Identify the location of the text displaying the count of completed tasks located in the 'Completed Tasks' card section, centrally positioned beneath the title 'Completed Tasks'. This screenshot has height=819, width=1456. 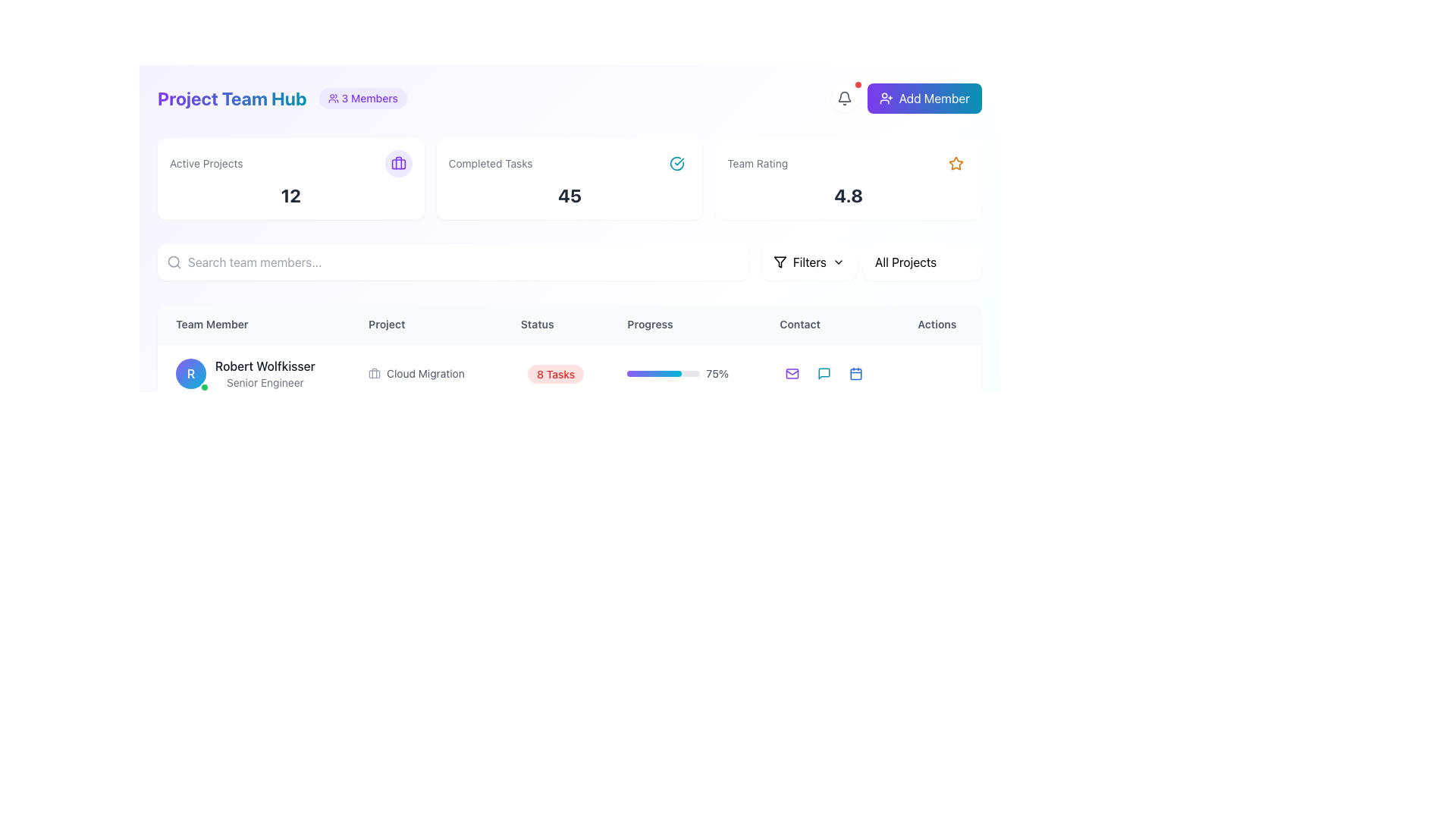
(569, 195).